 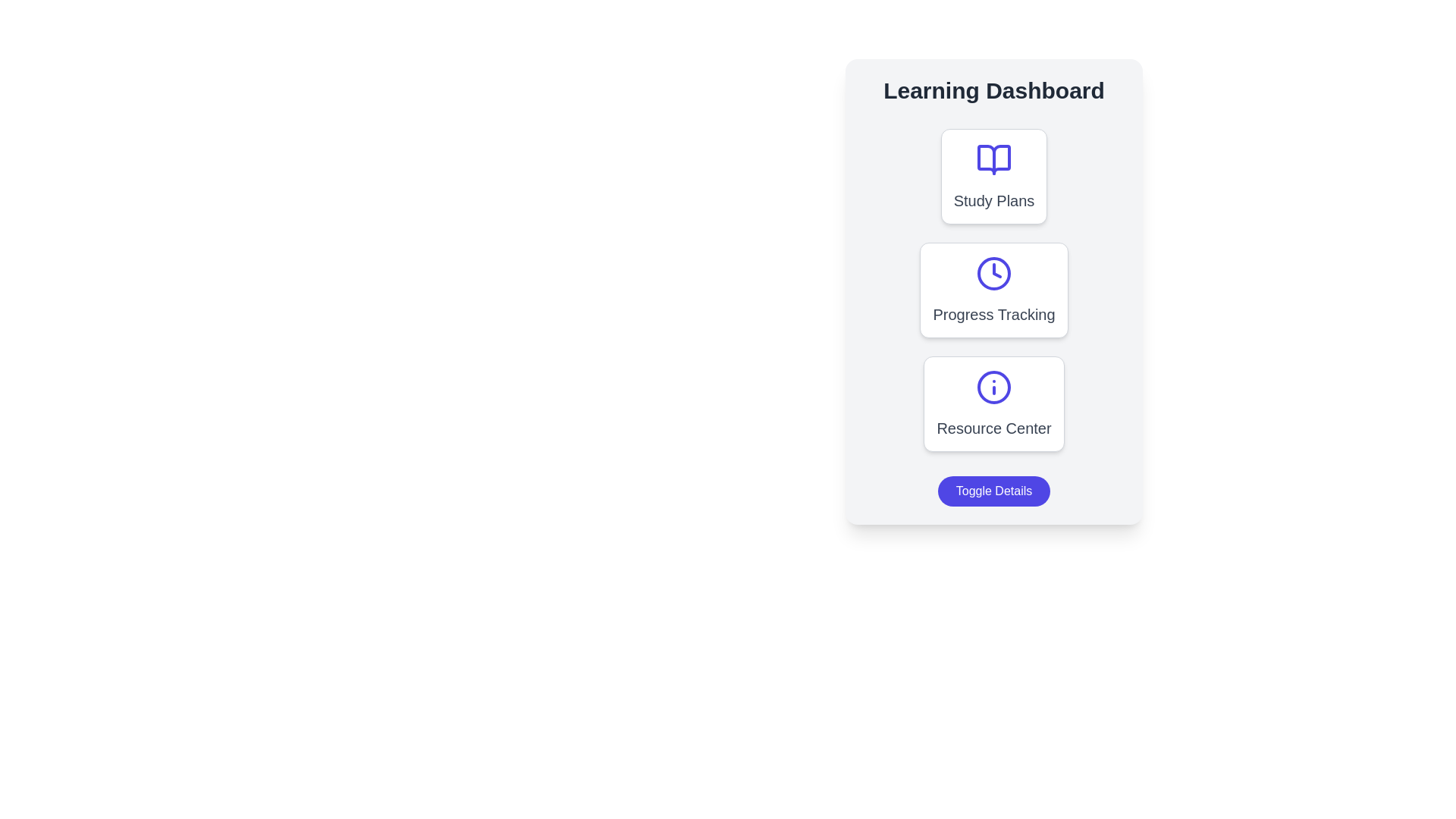 What do you see at coordinates (993, 274) in the screenshot?
I see `keyboard navigation` at bounding box center [993, 274].